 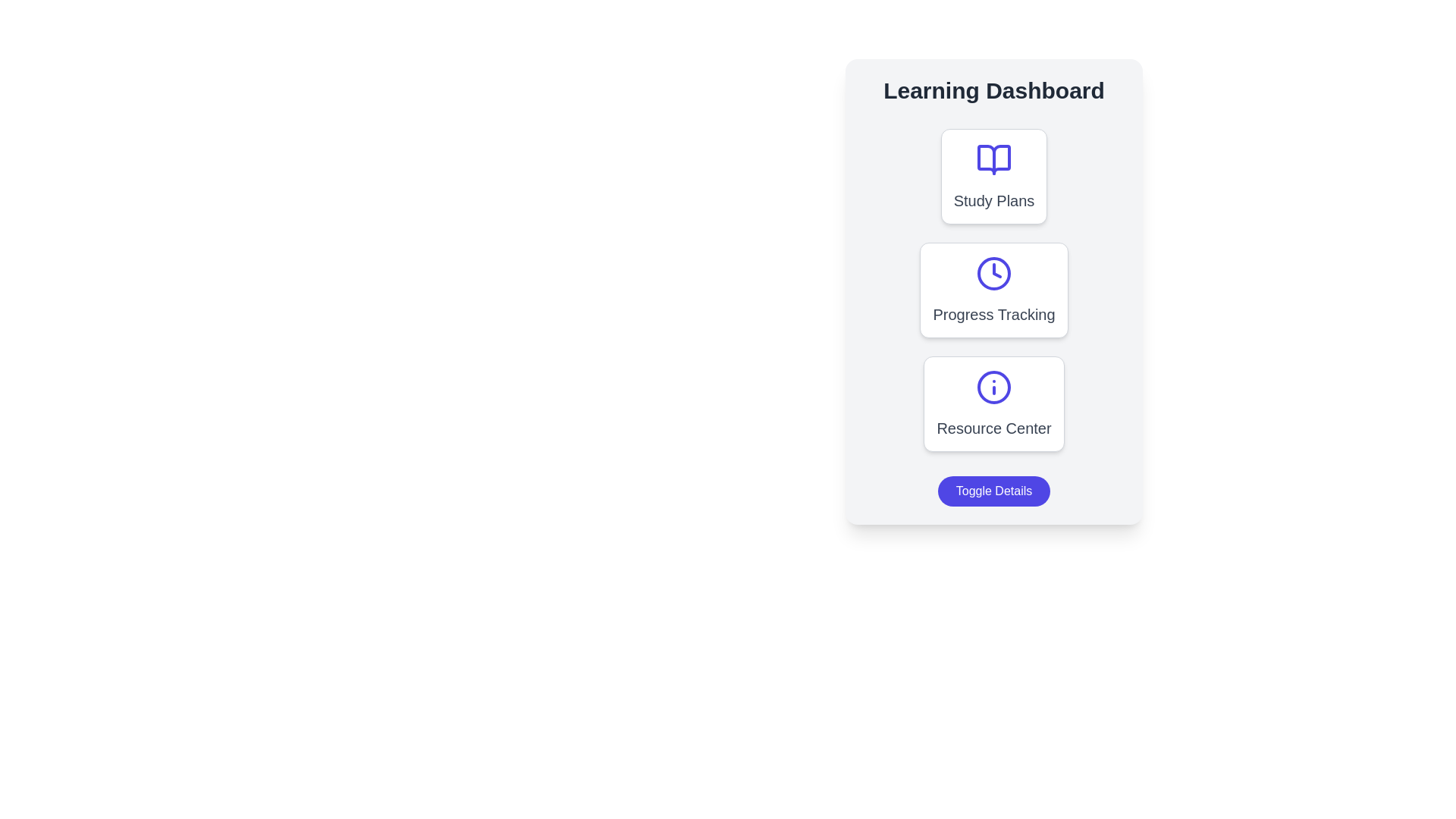 What do you see at coordinates (993, 274) in the screenshot?
I see `keyboard navigation` at bounding box center [993, 274].